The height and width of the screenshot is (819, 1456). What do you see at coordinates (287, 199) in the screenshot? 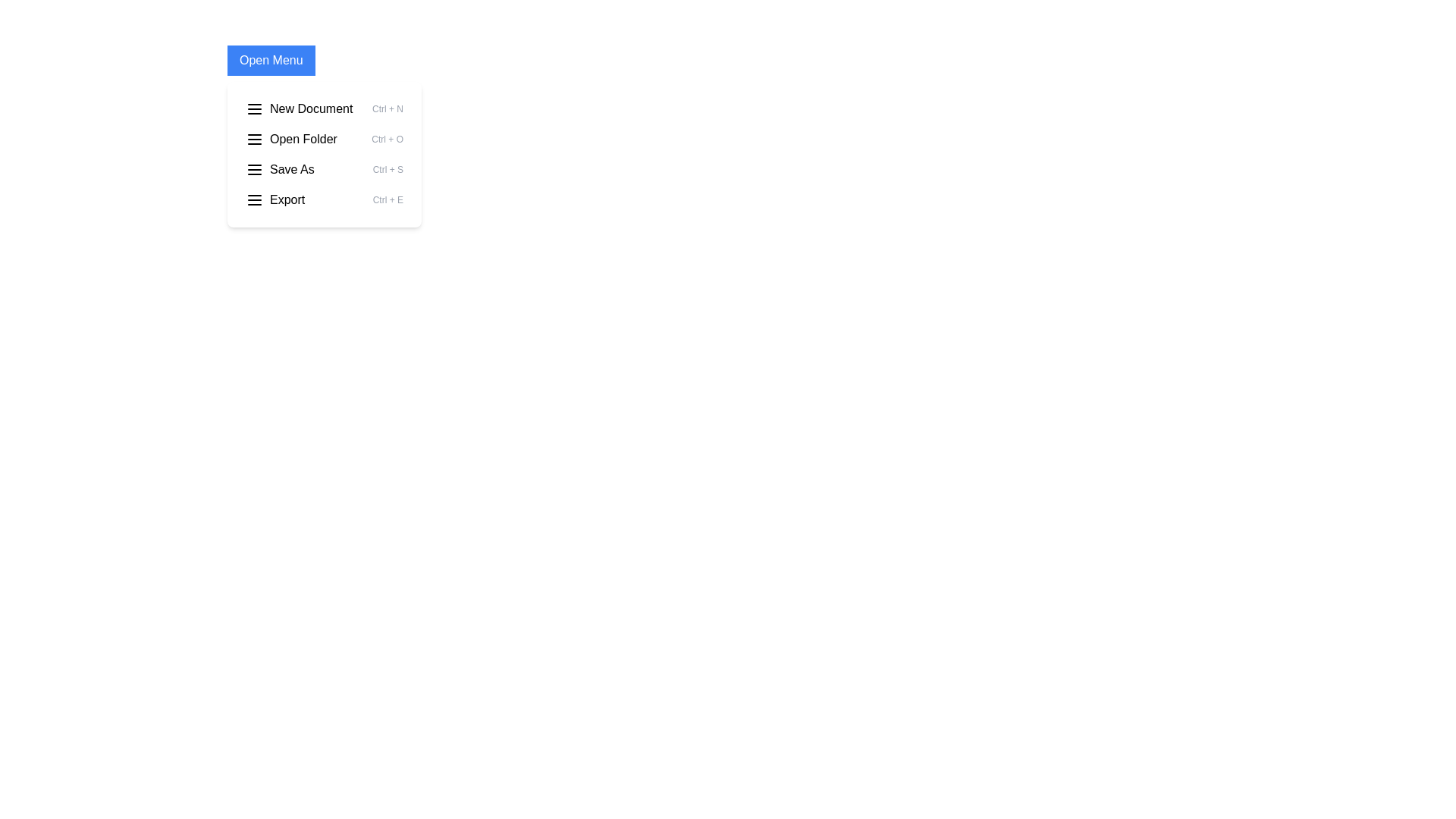
I see `the 'Export' text label in the dropdown menu` at bounding box center [287, 199].